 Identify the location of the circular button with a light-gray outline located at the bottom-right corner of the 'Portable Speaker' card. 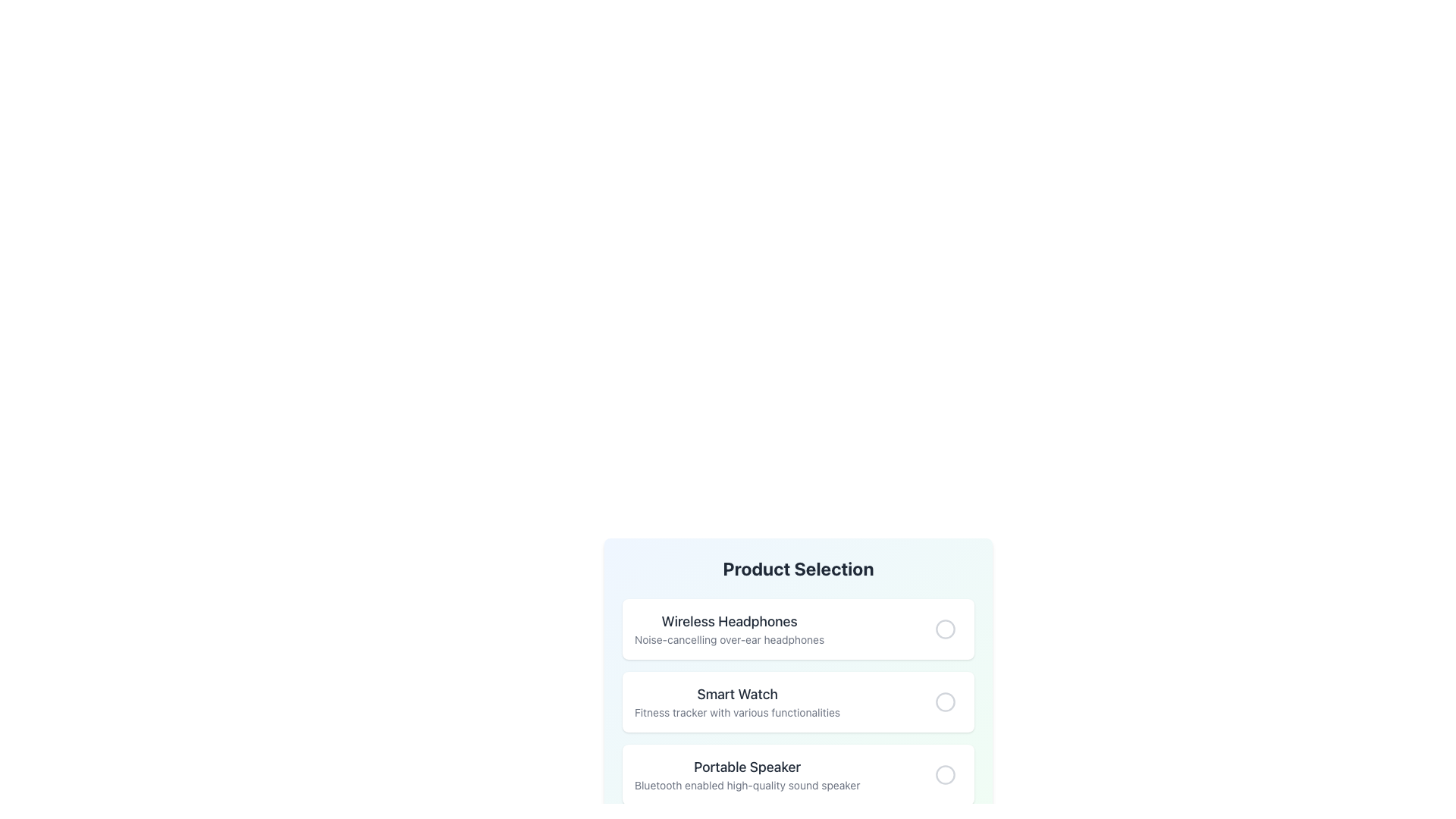
(945, 775).